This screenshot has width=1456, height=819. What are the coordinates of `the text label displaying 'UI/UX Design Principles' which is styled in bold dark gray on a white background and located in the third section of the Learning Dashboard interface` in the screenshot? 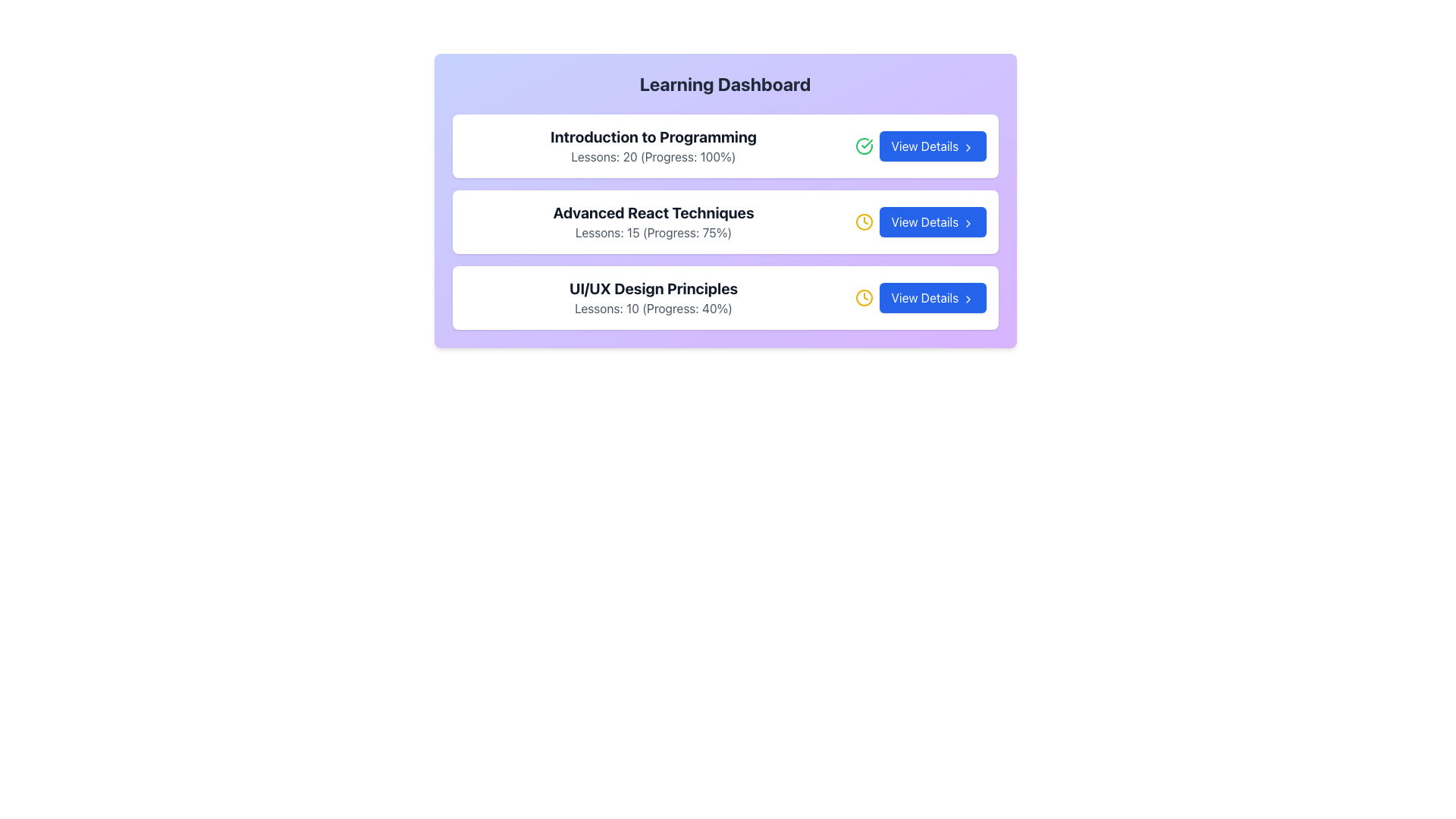 It's located at (654, 289).